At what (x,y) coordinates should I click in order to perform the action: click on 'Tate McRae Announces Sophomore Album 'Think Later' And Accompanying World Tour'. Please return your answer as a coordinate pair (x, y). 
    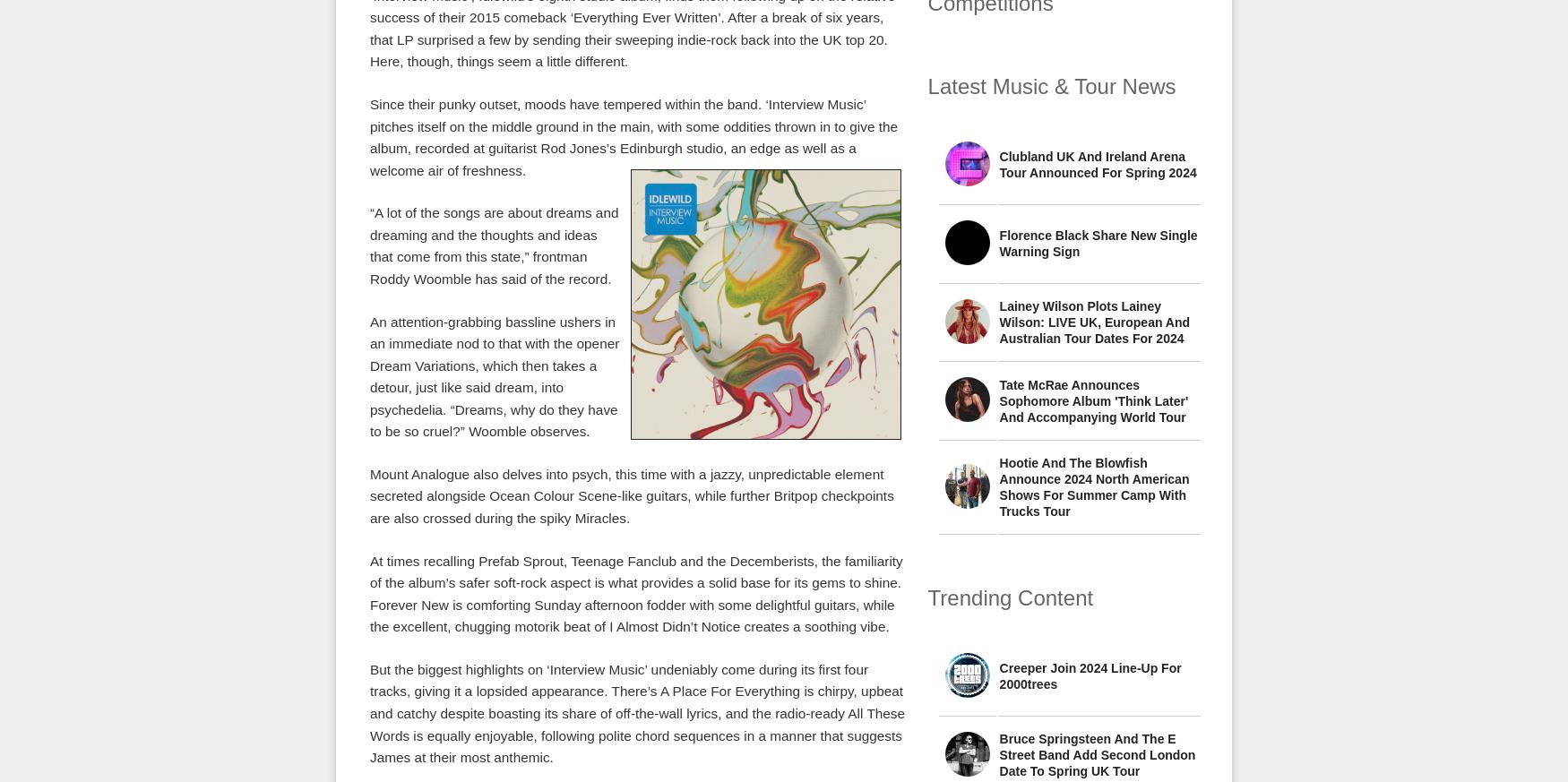
    Looking at the image, I should click on (1093, 400).